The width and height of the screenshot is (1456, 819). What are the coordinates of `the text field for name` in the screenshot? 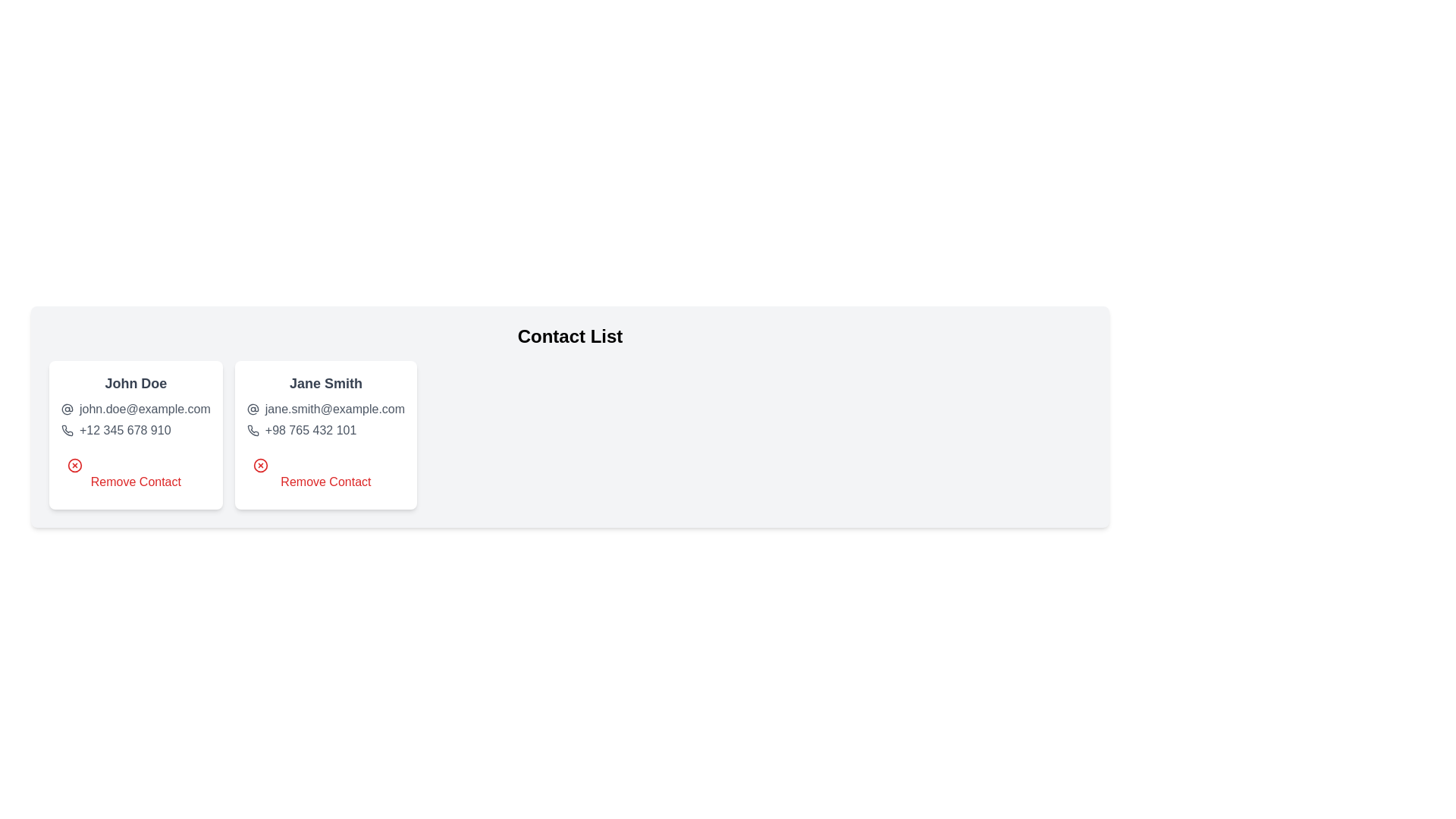 It's located at (135, 382).